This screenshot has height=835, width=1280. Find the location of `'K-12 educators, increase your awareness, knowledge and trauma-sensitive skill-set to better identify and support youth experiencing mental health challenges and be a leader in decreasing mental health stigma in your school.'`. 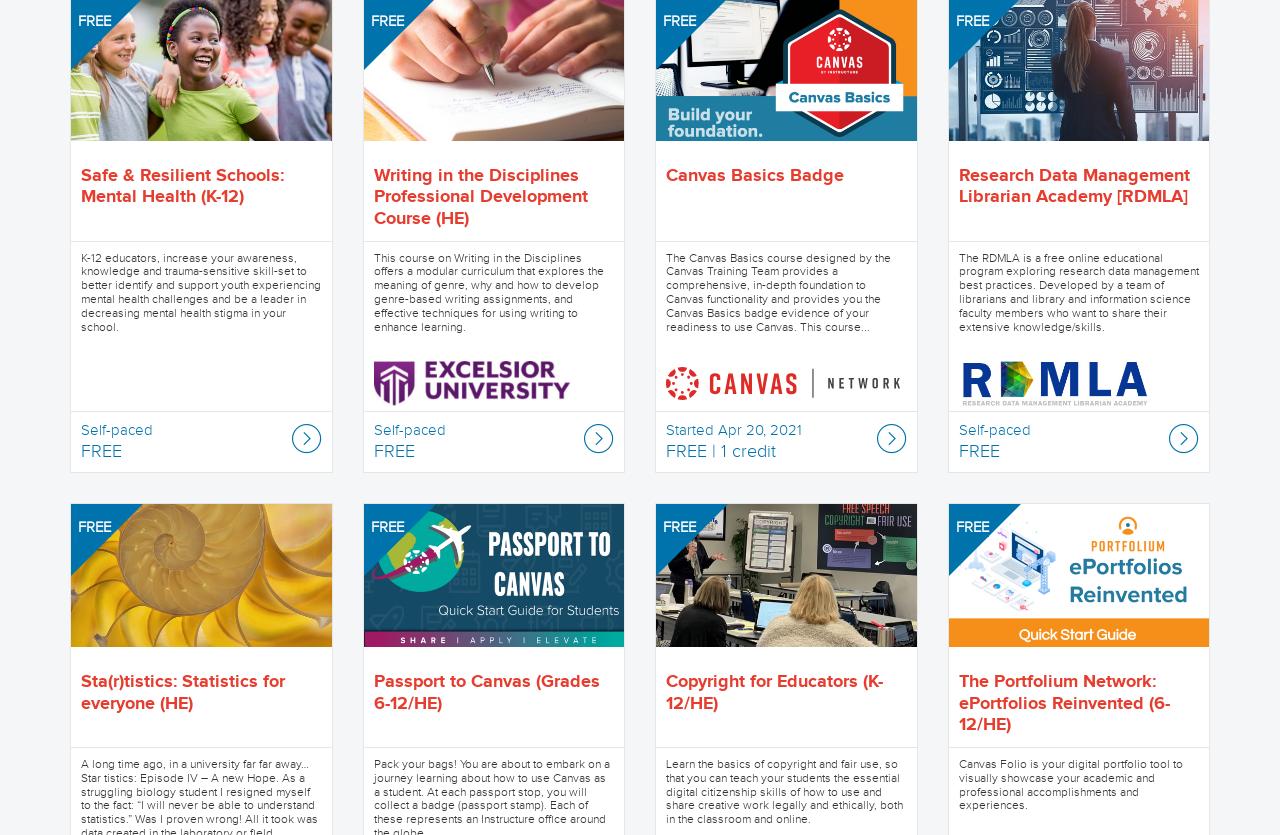

'K-12 educators, increase your awareness, knowledge and trauma-sensitive skill-set to better identify and support youth experiencing mental health challenges and be a leader in decreasing mental health stigma in your school.' is located at coordinates (200, 290).